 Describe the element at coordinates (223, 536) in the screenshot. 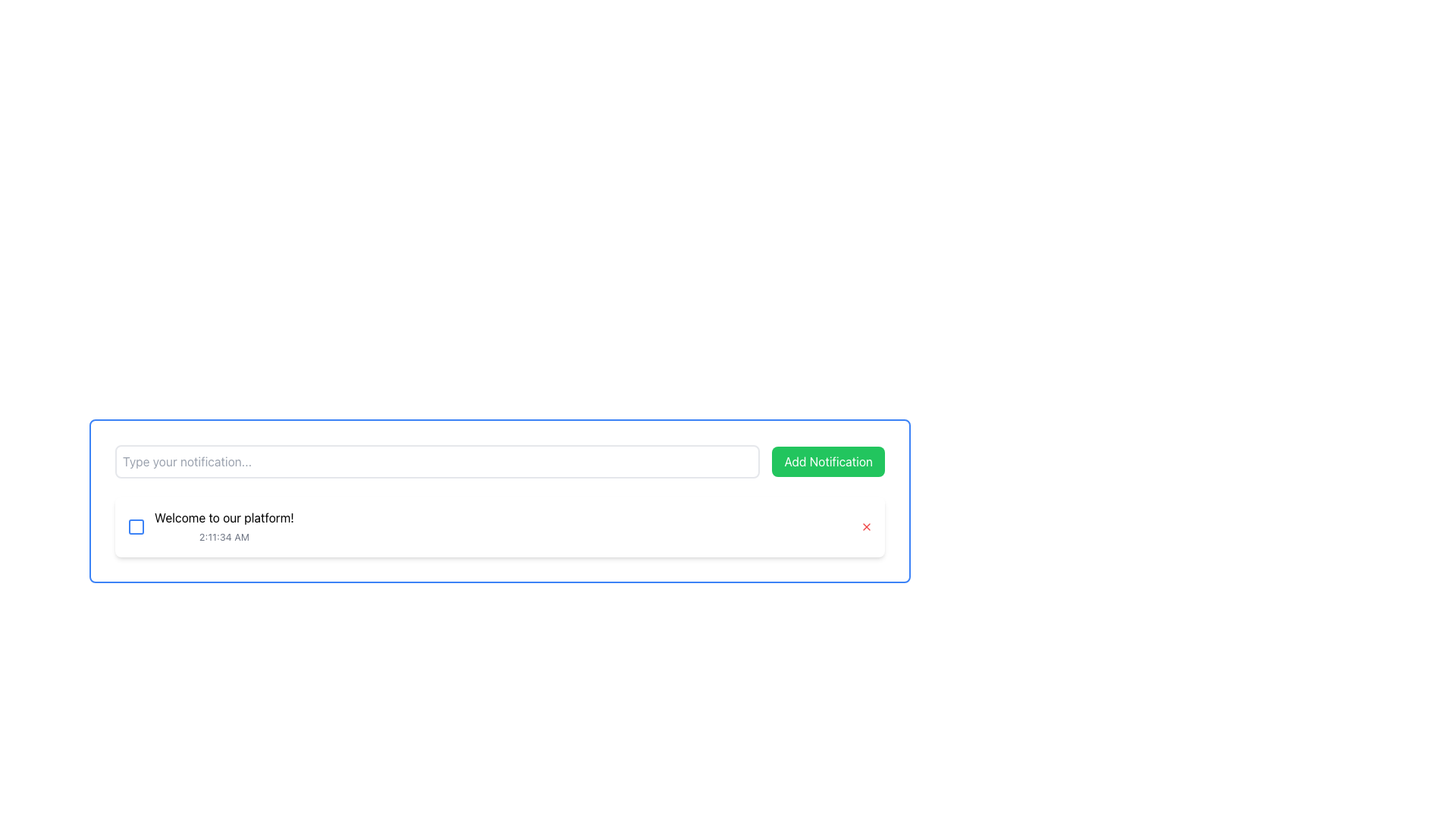

I see `text displaying the time '2:11:34 AM' located at the bottom-right corner of the notification card under the title 'Welcome to our platform!'` at that location.